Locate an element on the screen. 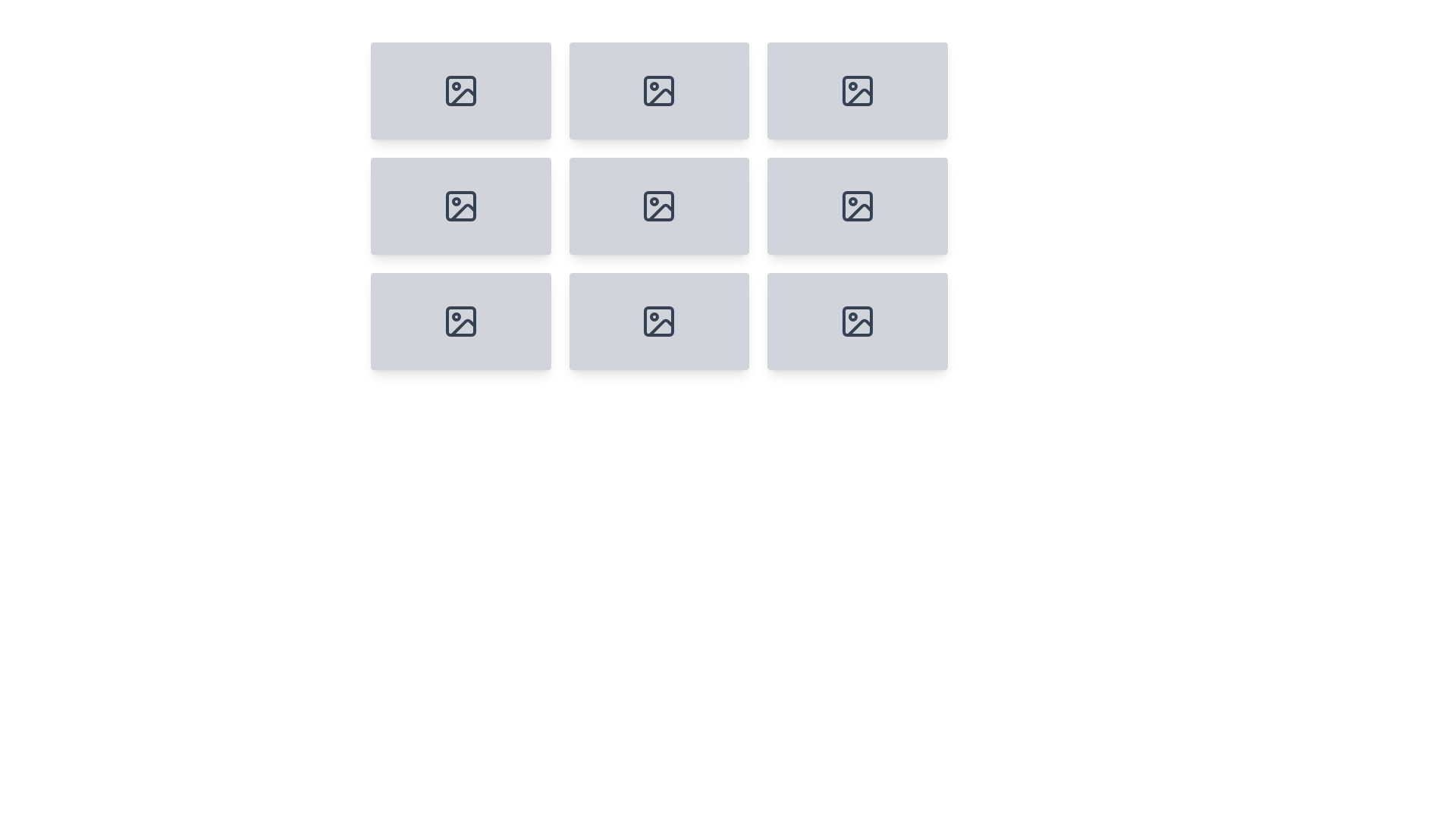 Image resolution: width=1456 pixels, height=819 pixels. text displayed in the primary title of the hover overlay located at the bottom of the central image in the 3x3 grid layout is located at coordinates (659, 207).